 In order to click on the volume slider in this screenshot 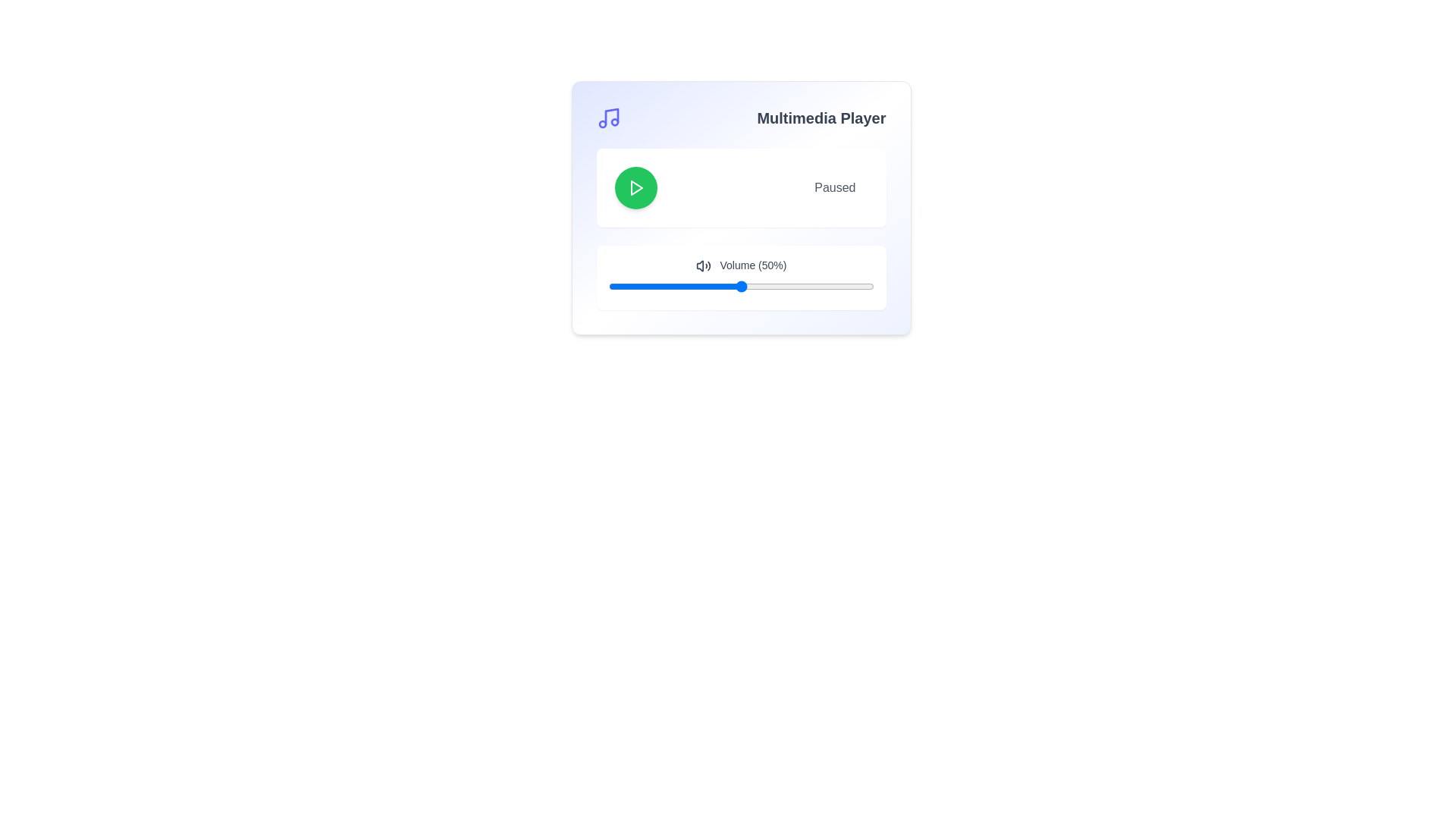, I will do `click(624, 287)`.